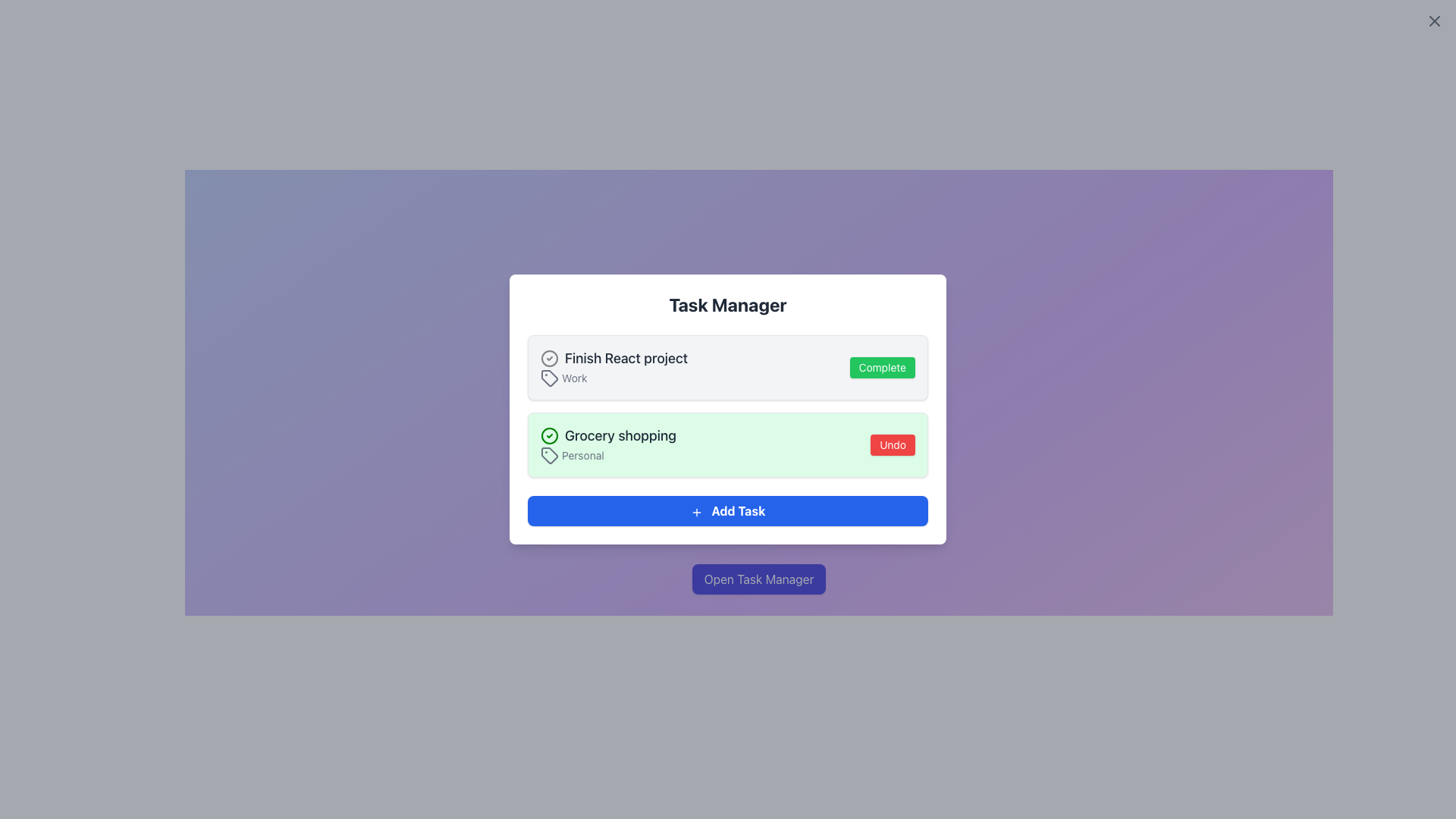 This screenshot has height=819, width=1456. Describe the element at coordinates (548, 455) in the screenshot. I see `the SVG icon located to the left of the 'Personal' label in the green highlighted area of the 'Grocery shopping' task item` at that location.